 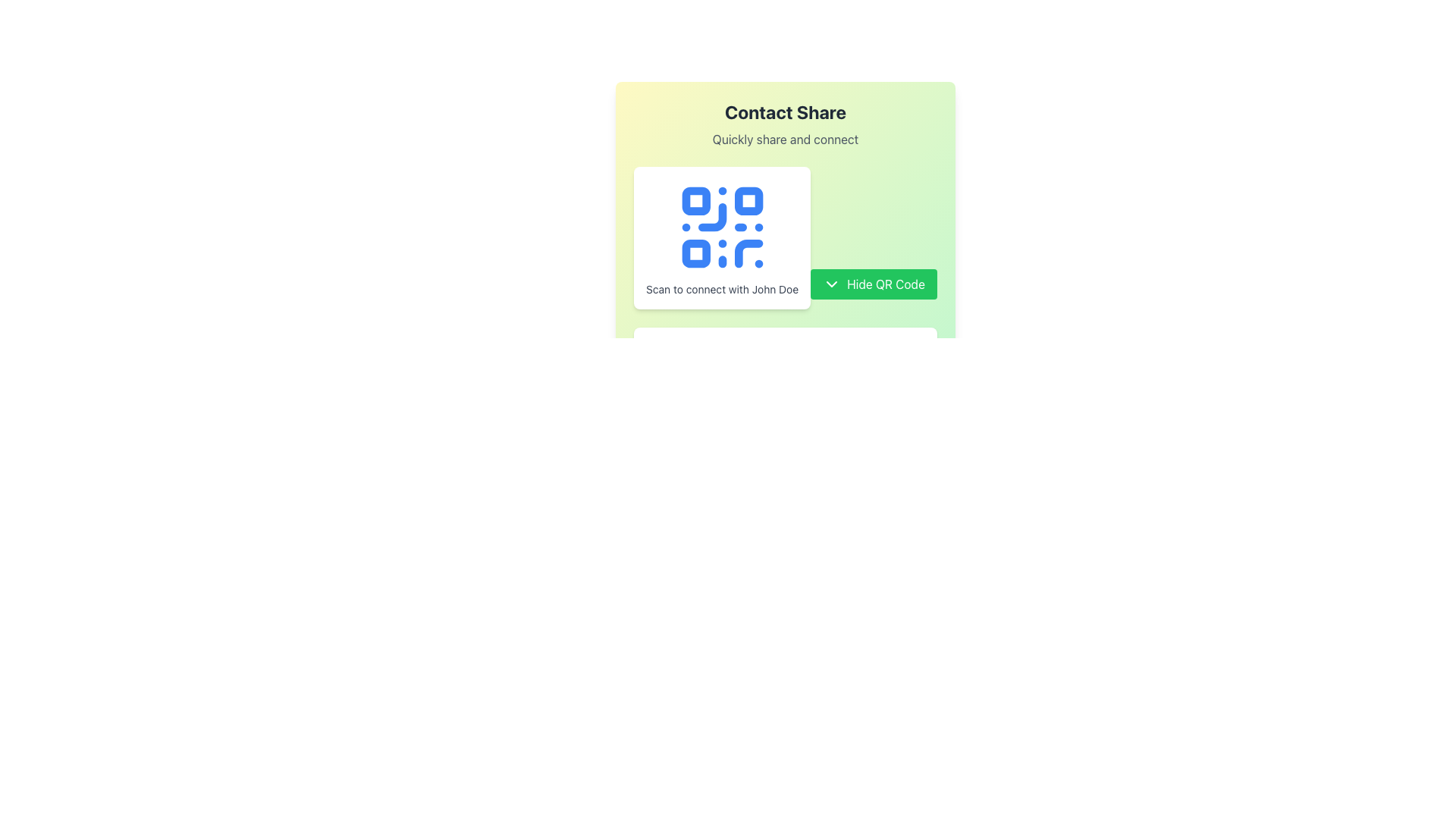 What do you see at coordinates (874, 284) in the screenshot?
I see `the button located at the bottom-right corner of the QR code panel to observe hover effects` at bounding box center [874, 284].